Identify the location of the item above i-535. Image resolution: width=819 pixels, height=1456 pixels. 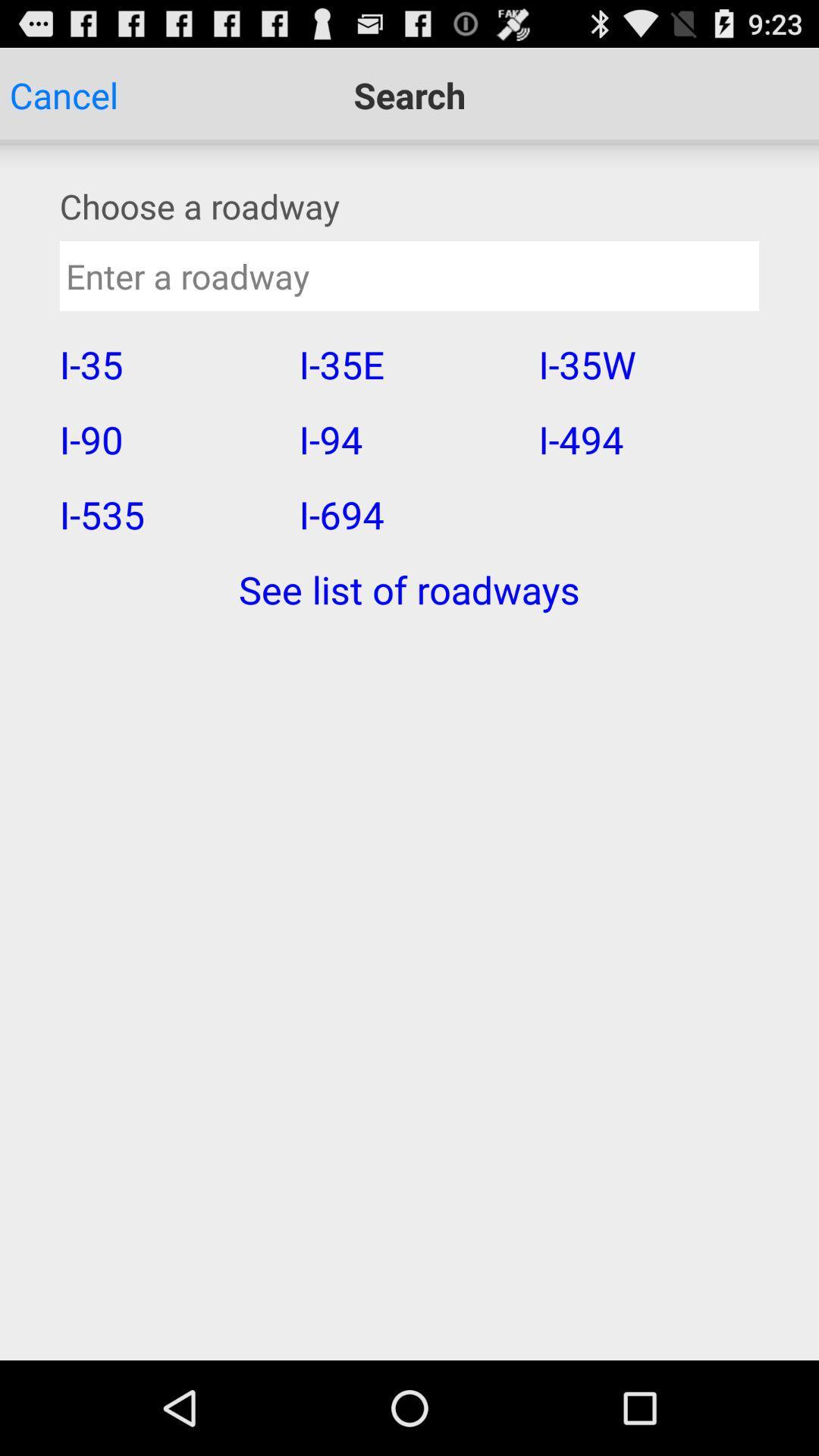
(169, 438).